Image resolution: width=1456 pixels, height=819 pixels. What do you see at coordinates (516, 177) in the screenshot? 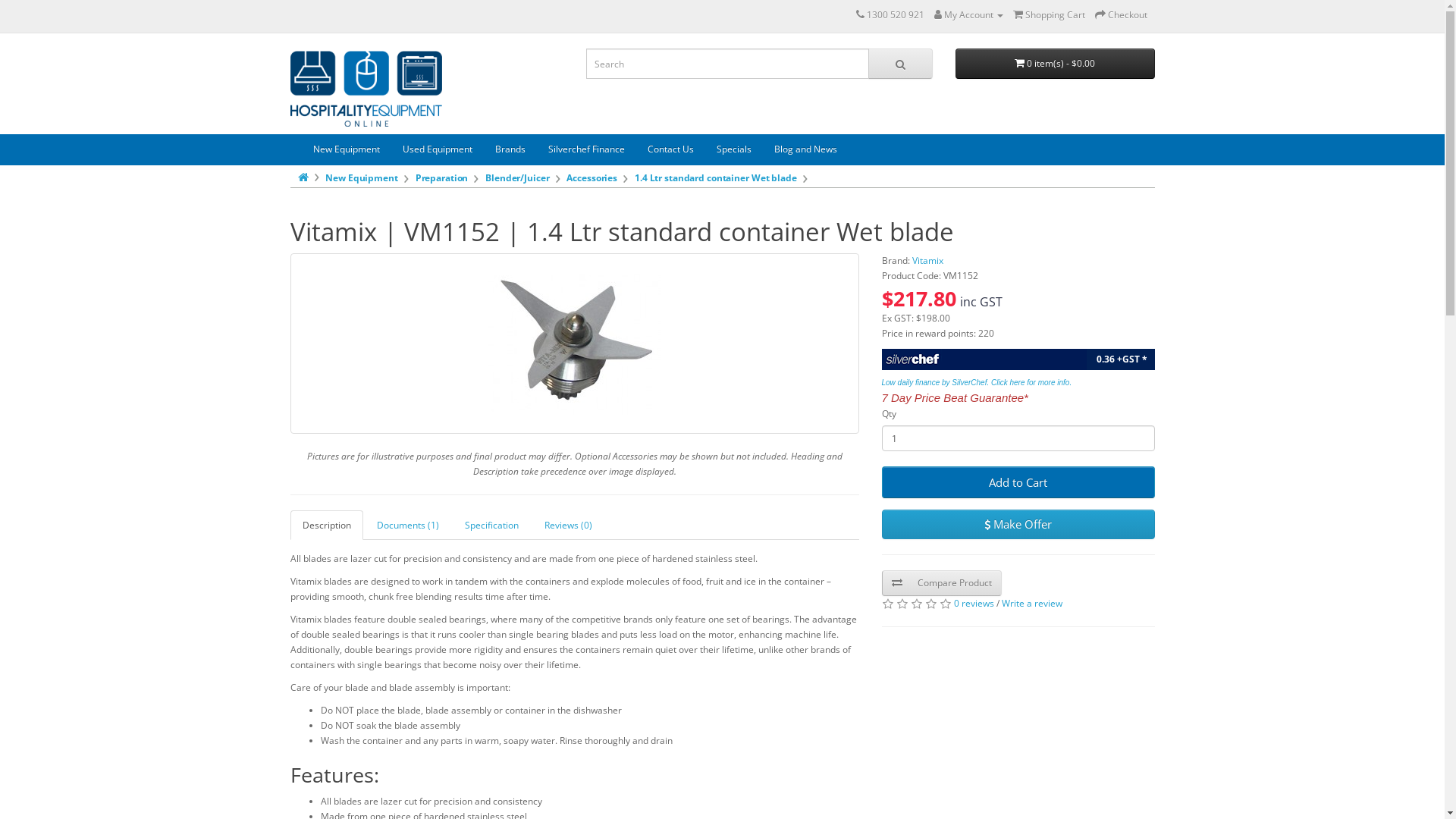
I see `'Blender/Juicer'` at bounding box center [516, 177].